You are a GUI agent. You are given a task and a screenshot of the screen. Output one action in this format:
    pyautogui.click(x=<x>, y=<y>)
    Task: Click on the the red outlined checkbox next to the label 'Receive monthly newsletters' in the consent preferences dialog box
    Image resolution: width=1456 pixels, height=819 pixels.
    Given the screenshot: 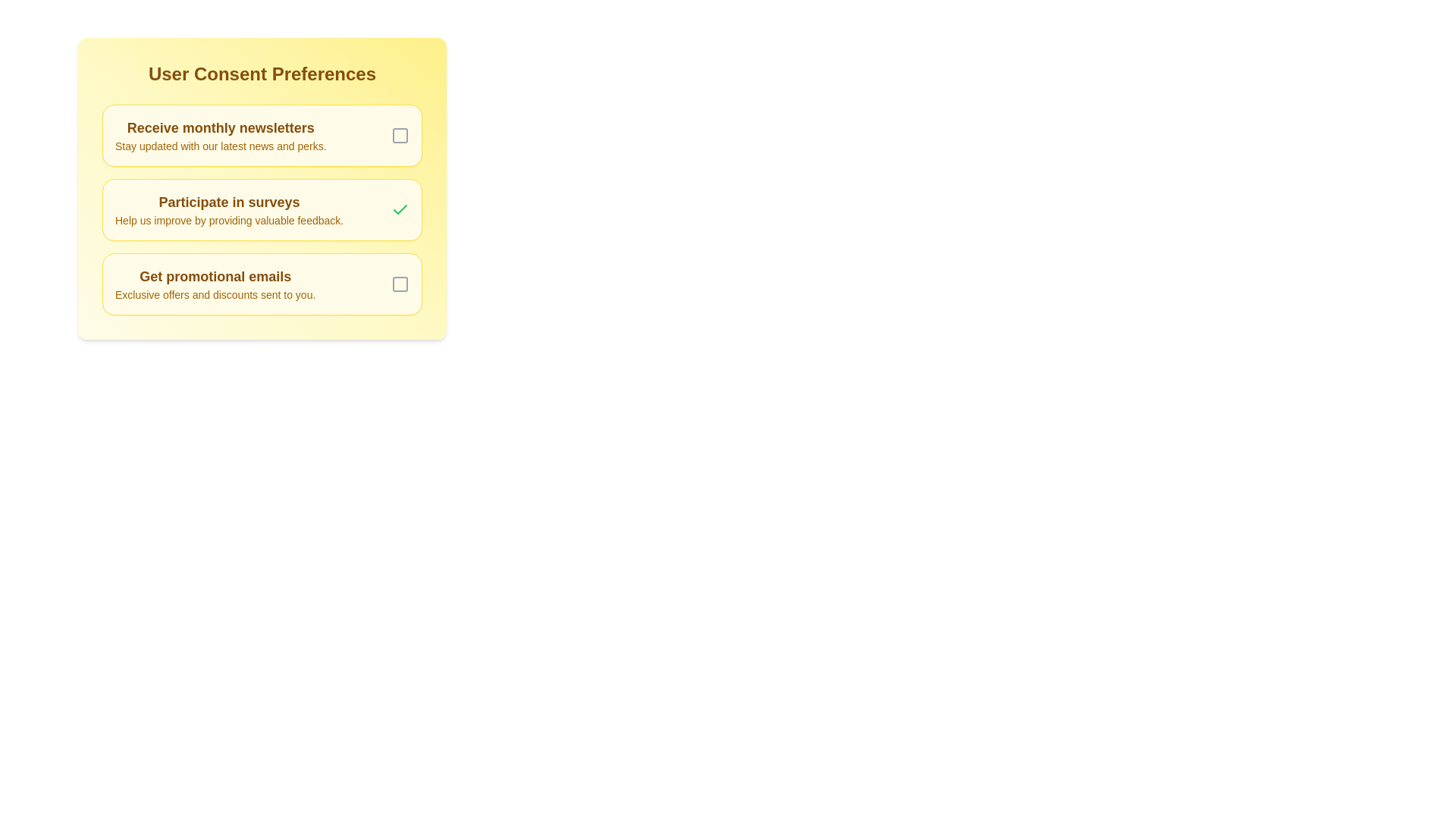 What is the action you would take?
    pyautogui.click(x=400, y=134)
    